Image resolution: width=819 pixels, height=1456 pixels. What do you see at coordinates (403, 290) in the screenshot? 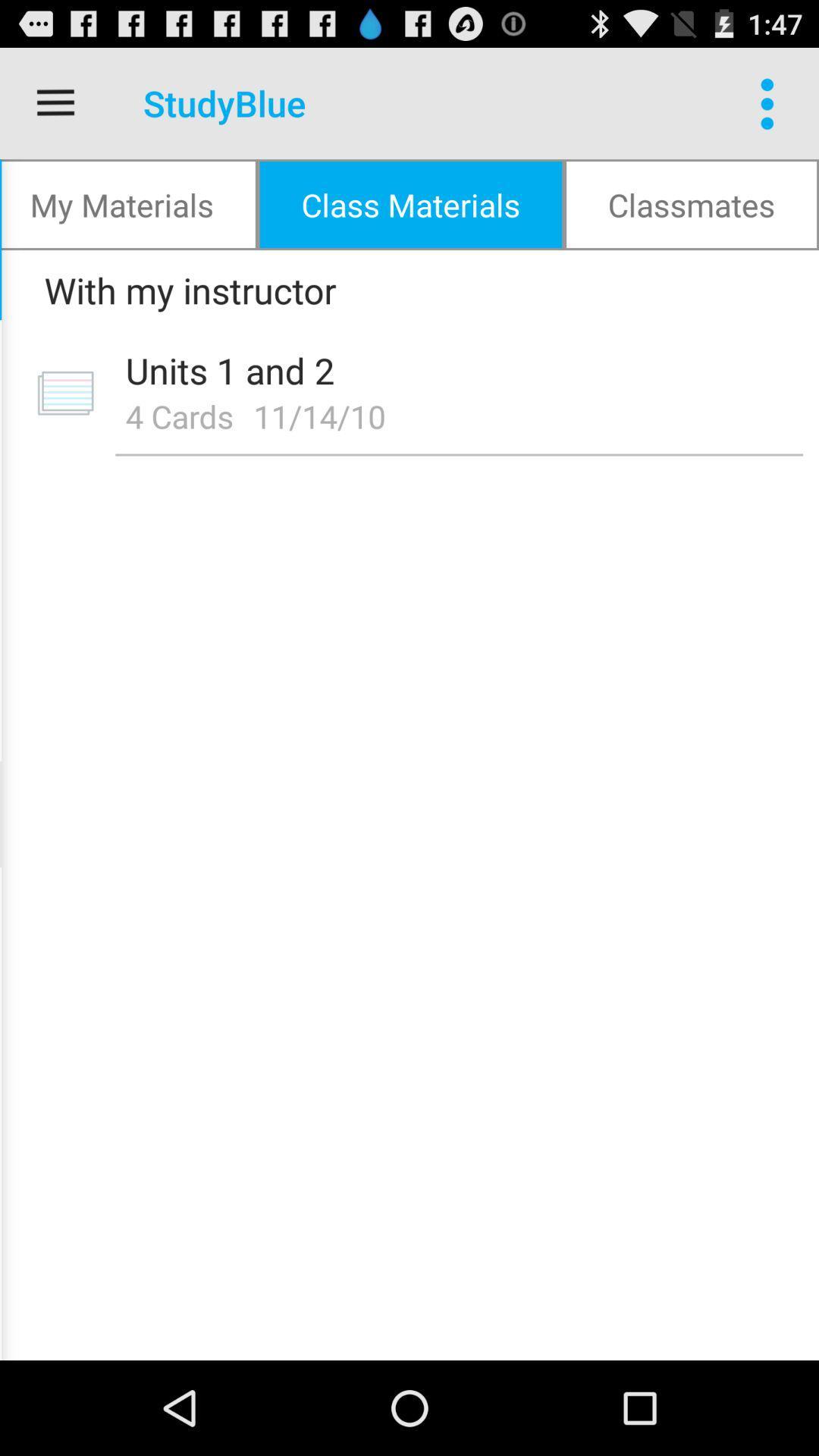
I see `icon above the units 1 and` at bounding box center [403, 290].